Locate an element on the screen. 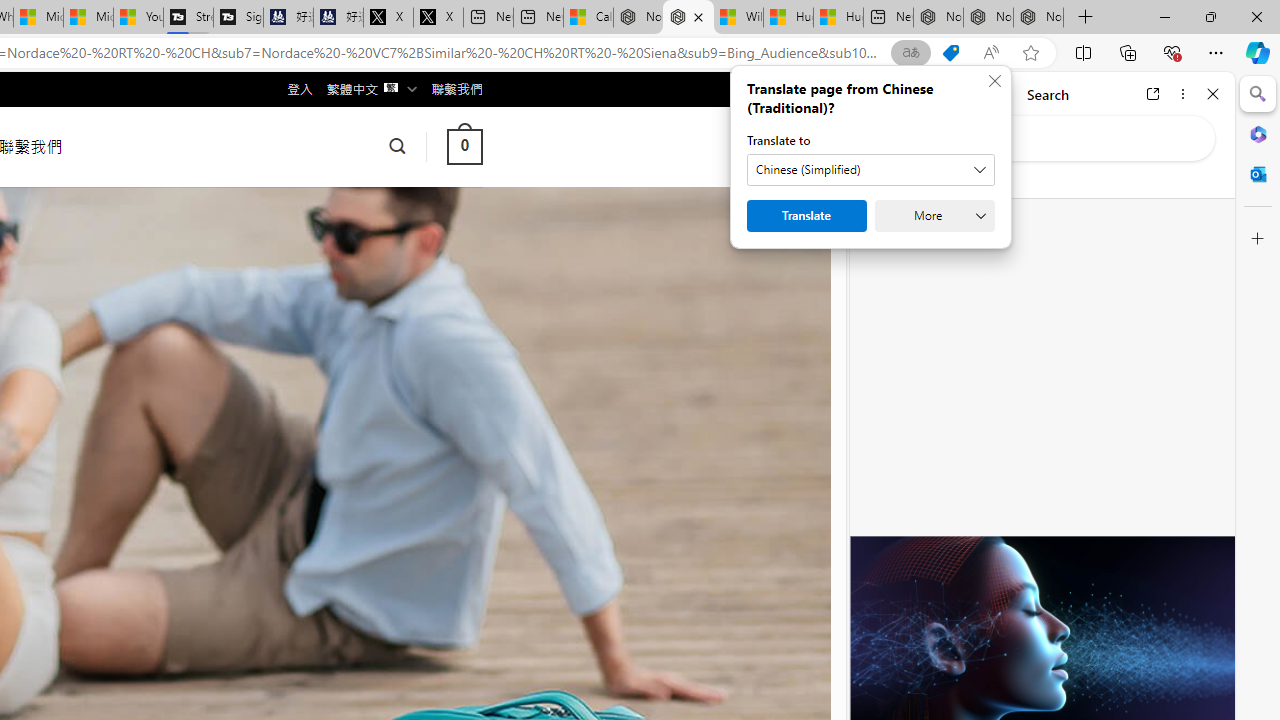 This screenshot has width=1280, height=720. 'More options' is located at coordinates (1182, 93).